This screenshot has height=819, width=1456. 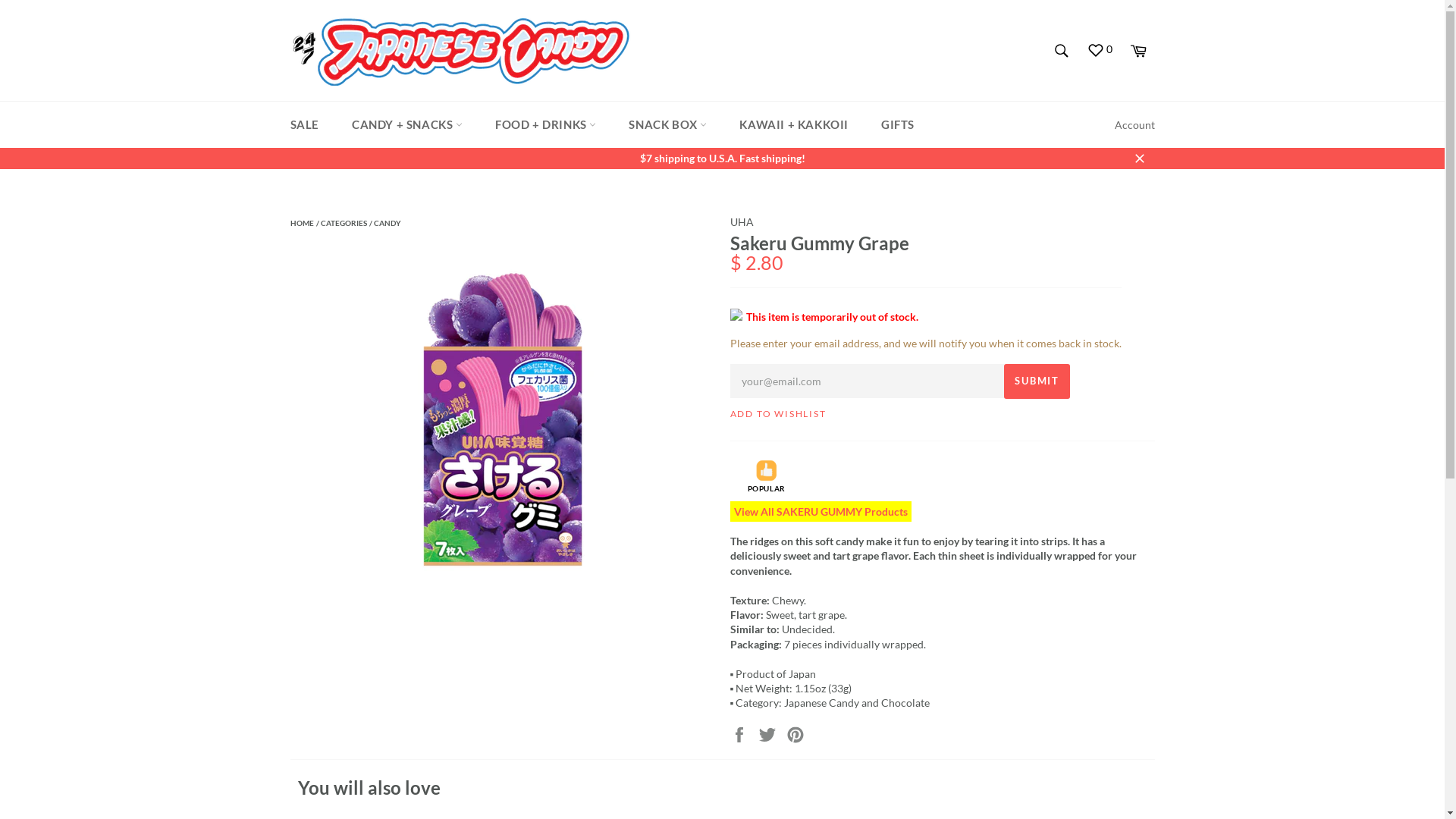 What do you see at coordinates (723, 124) in the screenshot?
I see `'KAWAII + KAKKOII'` at bounding box center [723, 124].